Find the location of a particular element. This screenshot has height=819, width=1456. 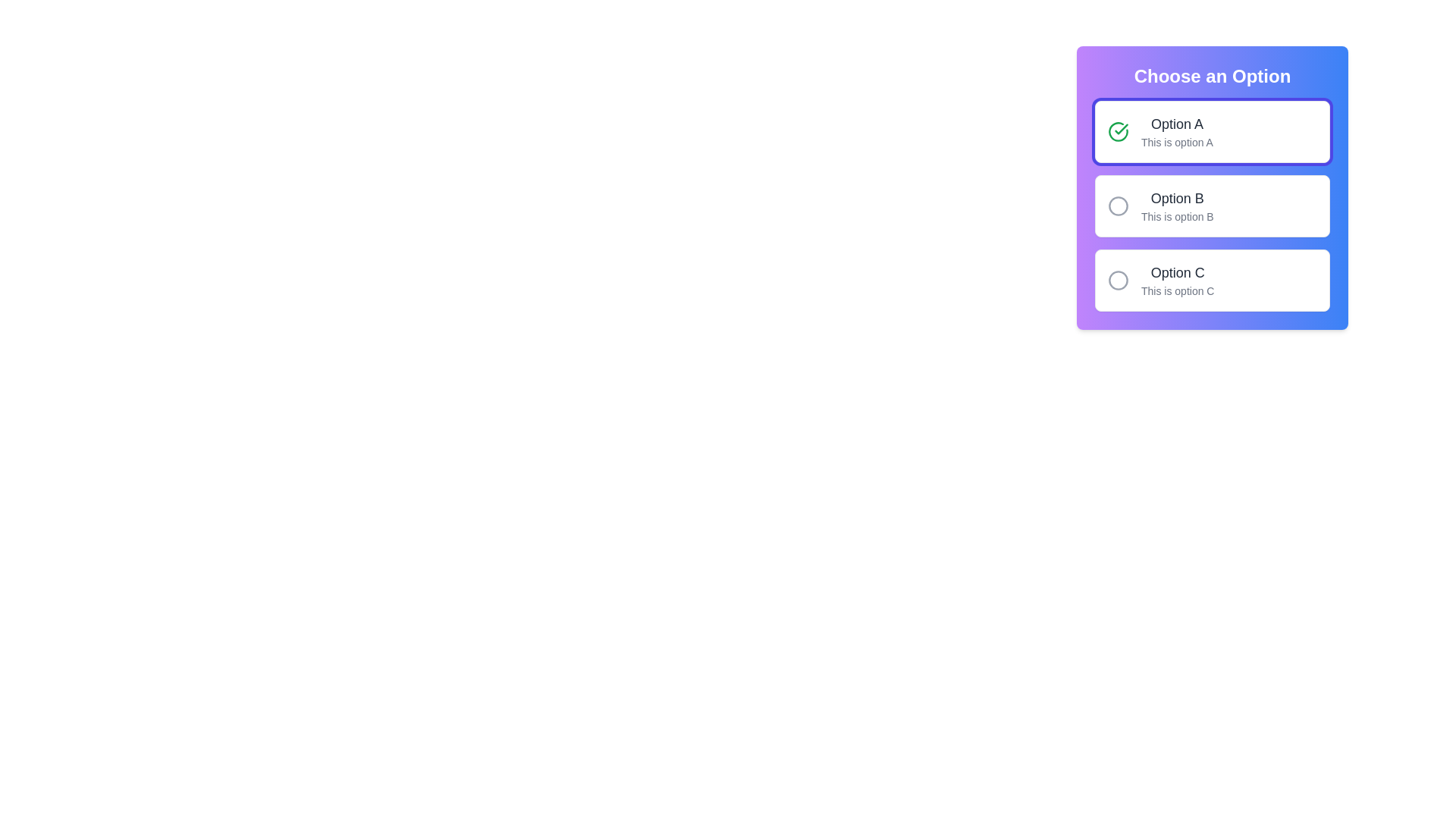

descriptive label text located underneath 'Option B' in the grouped options panel is located at coordinates (1176, 216).